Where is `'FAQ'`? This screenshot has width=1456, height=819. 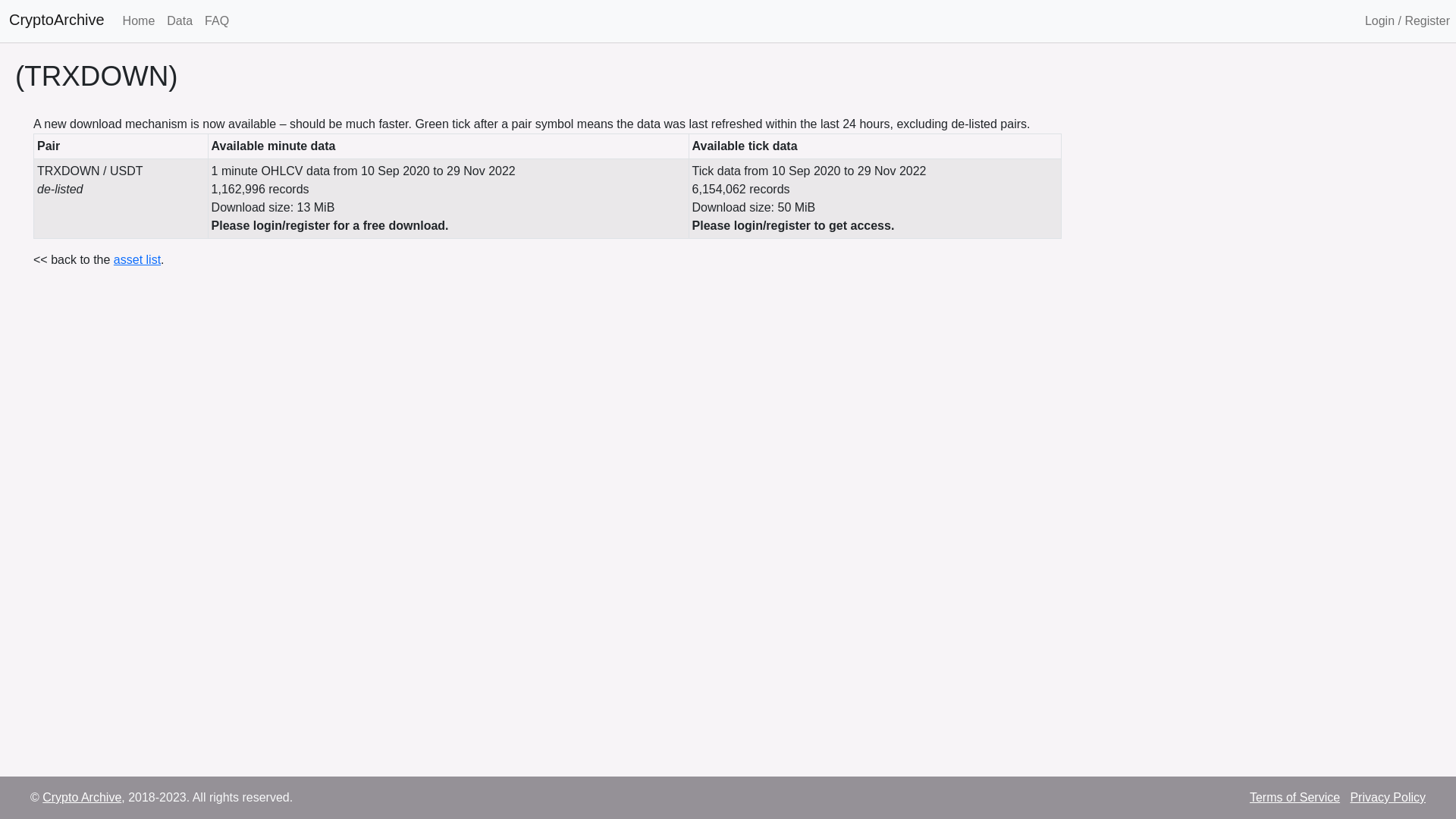
'FAQ' is located at coordinates (216, 20).